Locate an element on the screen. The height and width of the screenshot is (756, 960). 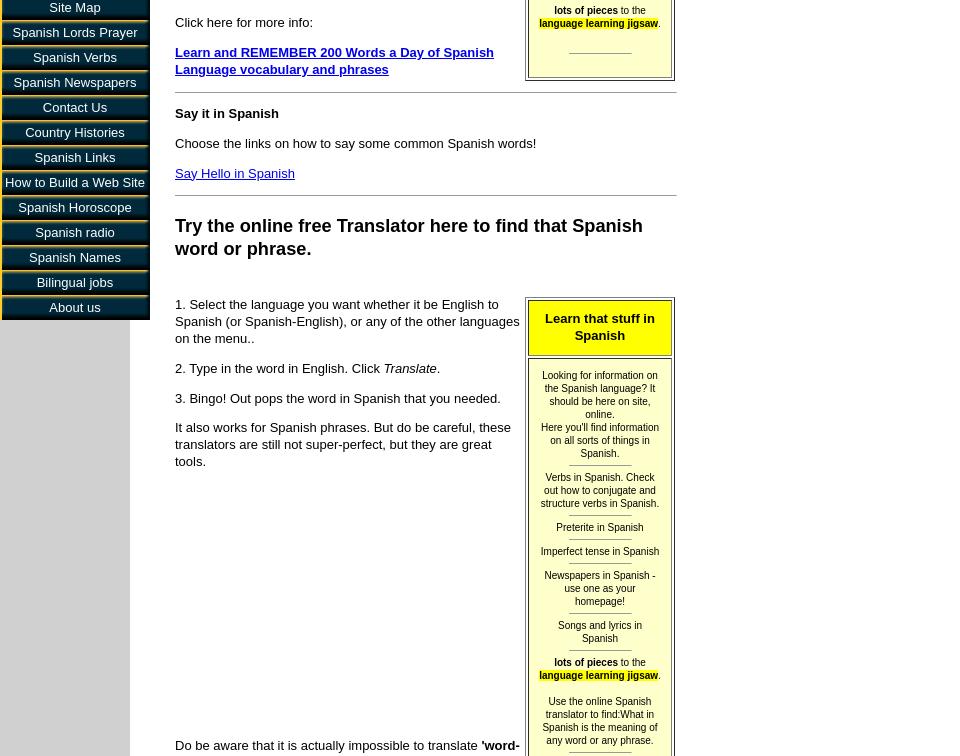
'Spanish Newspapers' is located at coordinates (74, 81).